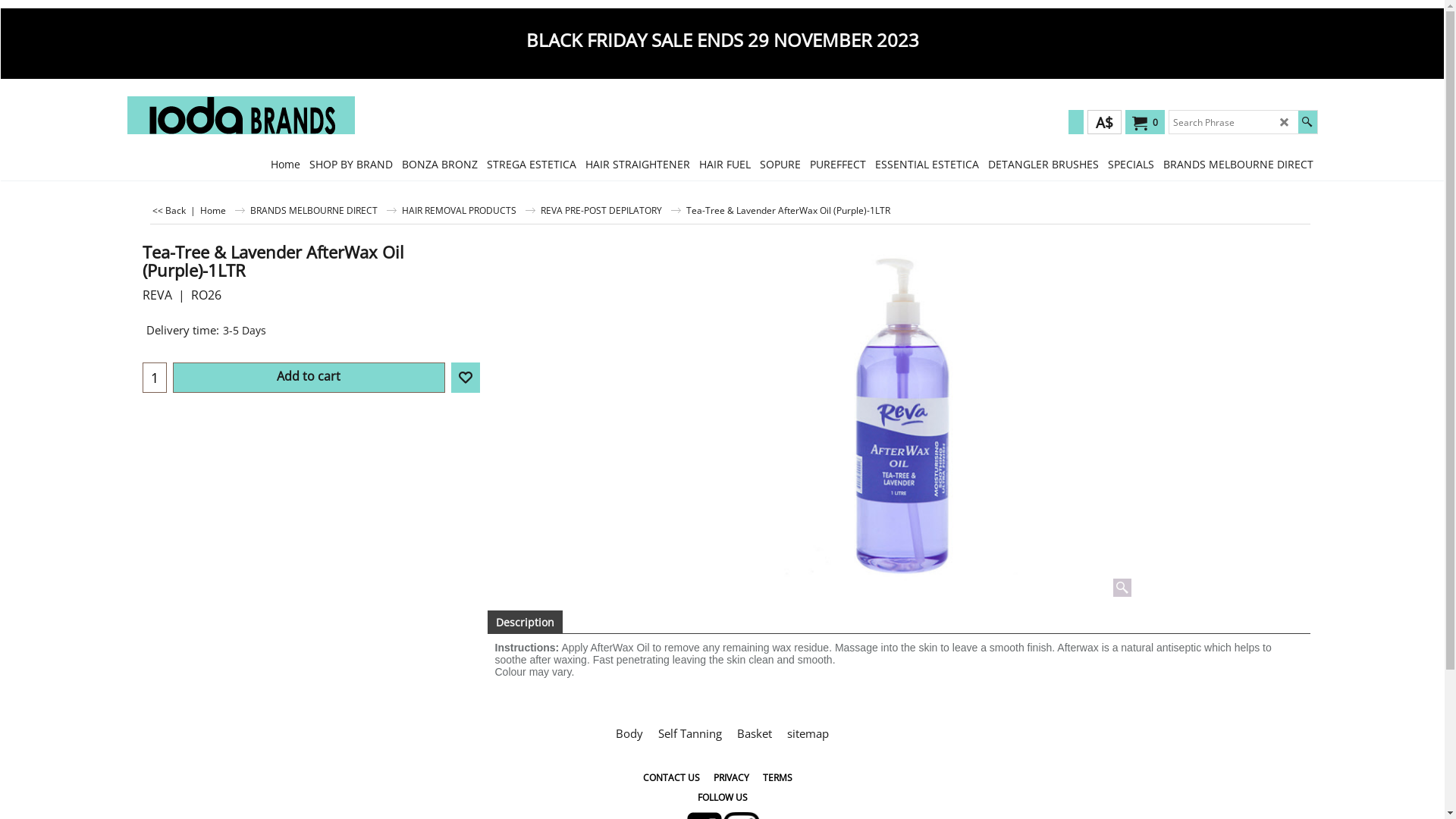 The image size is (1456, 819). What do you see at coordinates (531, 163) in the screenshot?
I see `'STREGA ESTETICA'` at bounding box center [531, 163].